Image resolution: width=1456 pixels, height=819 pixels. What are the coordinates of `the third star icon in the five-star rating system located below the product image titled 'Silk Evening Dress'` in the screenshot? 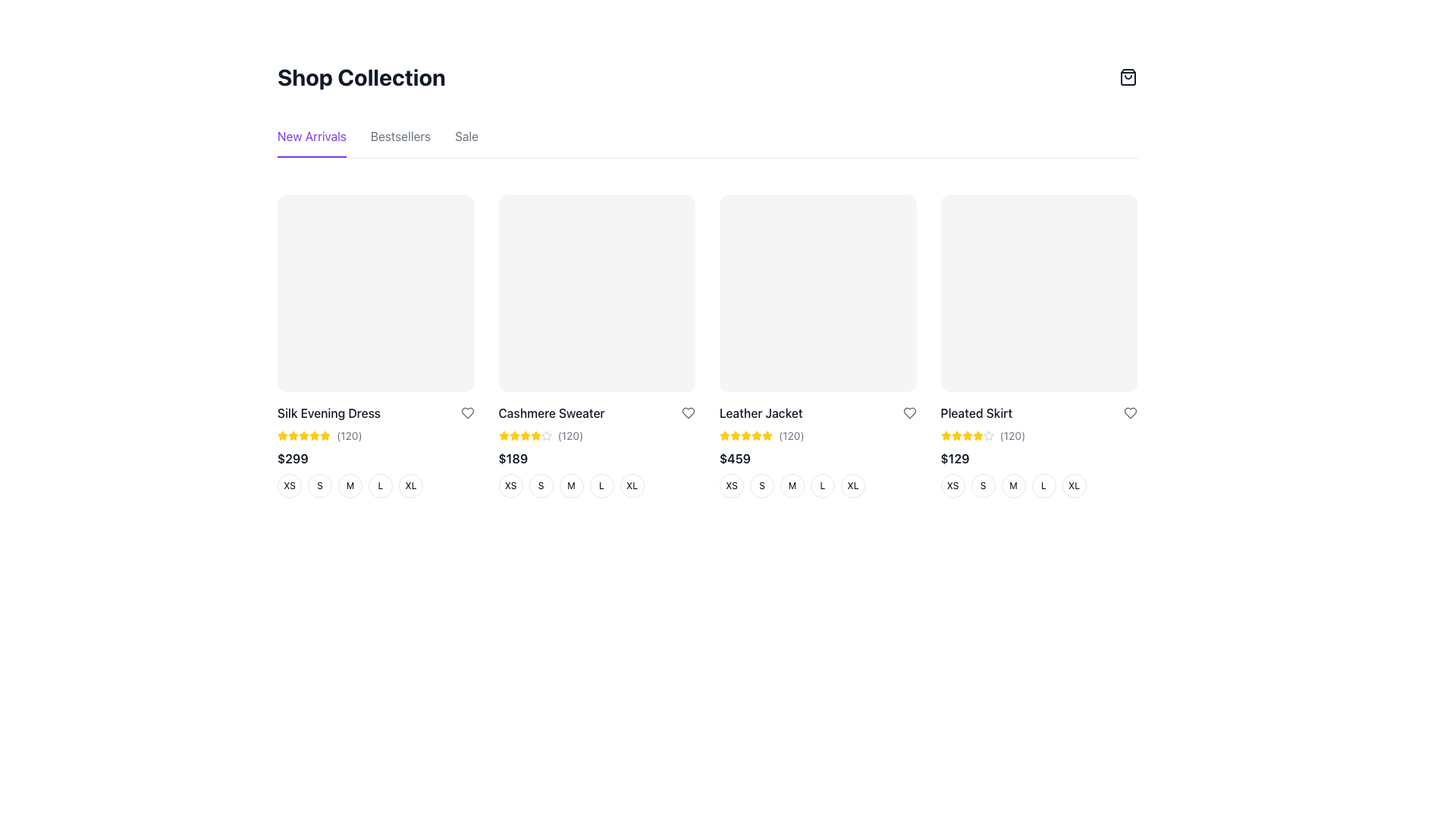 It's located at (303, 435).